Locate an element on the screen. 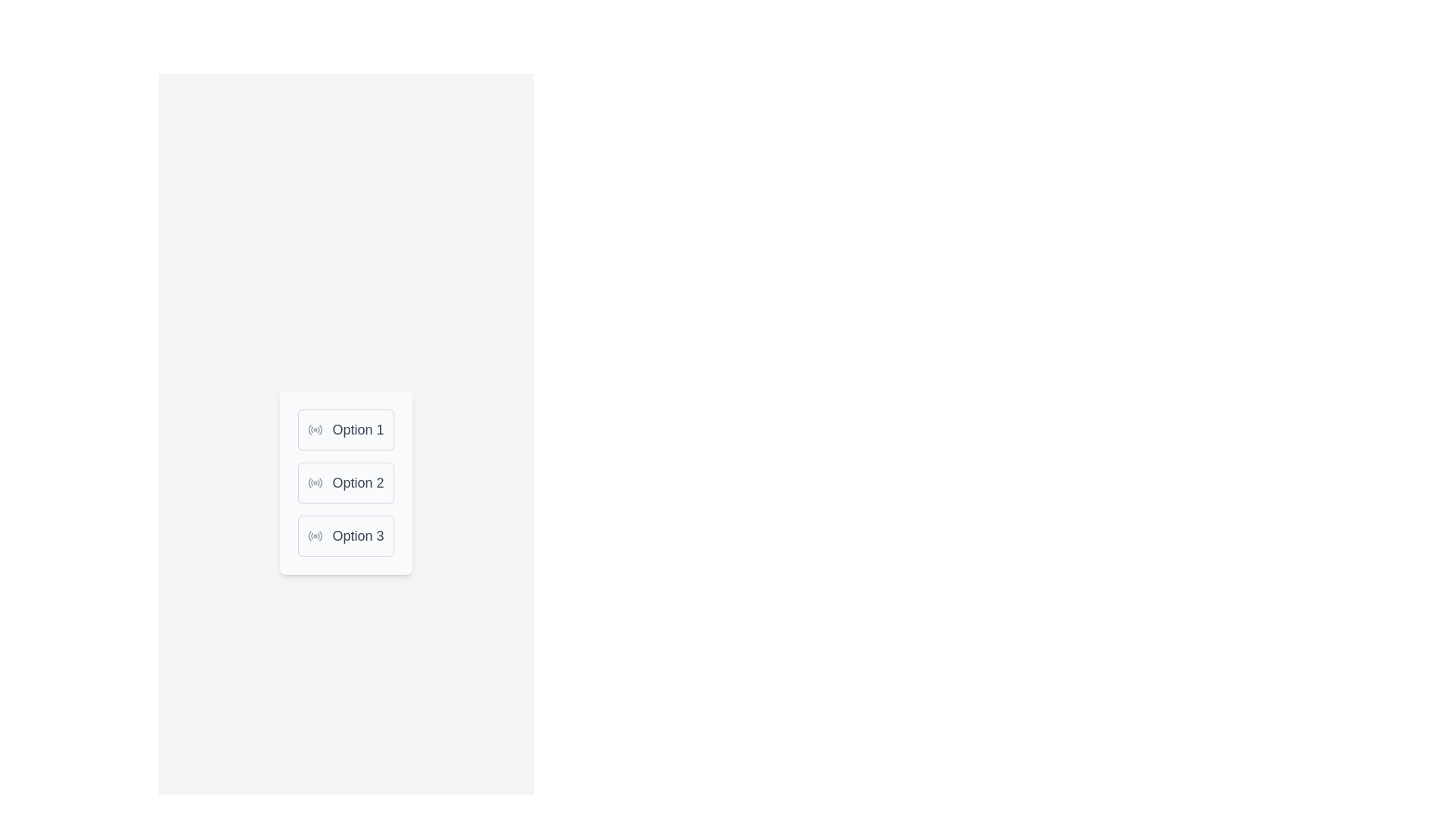 The width and height of the screenshot is (1456, 819). the Radio button for Option 3 within the vertical stack of radio buttons is located at coordinates (345, 535).